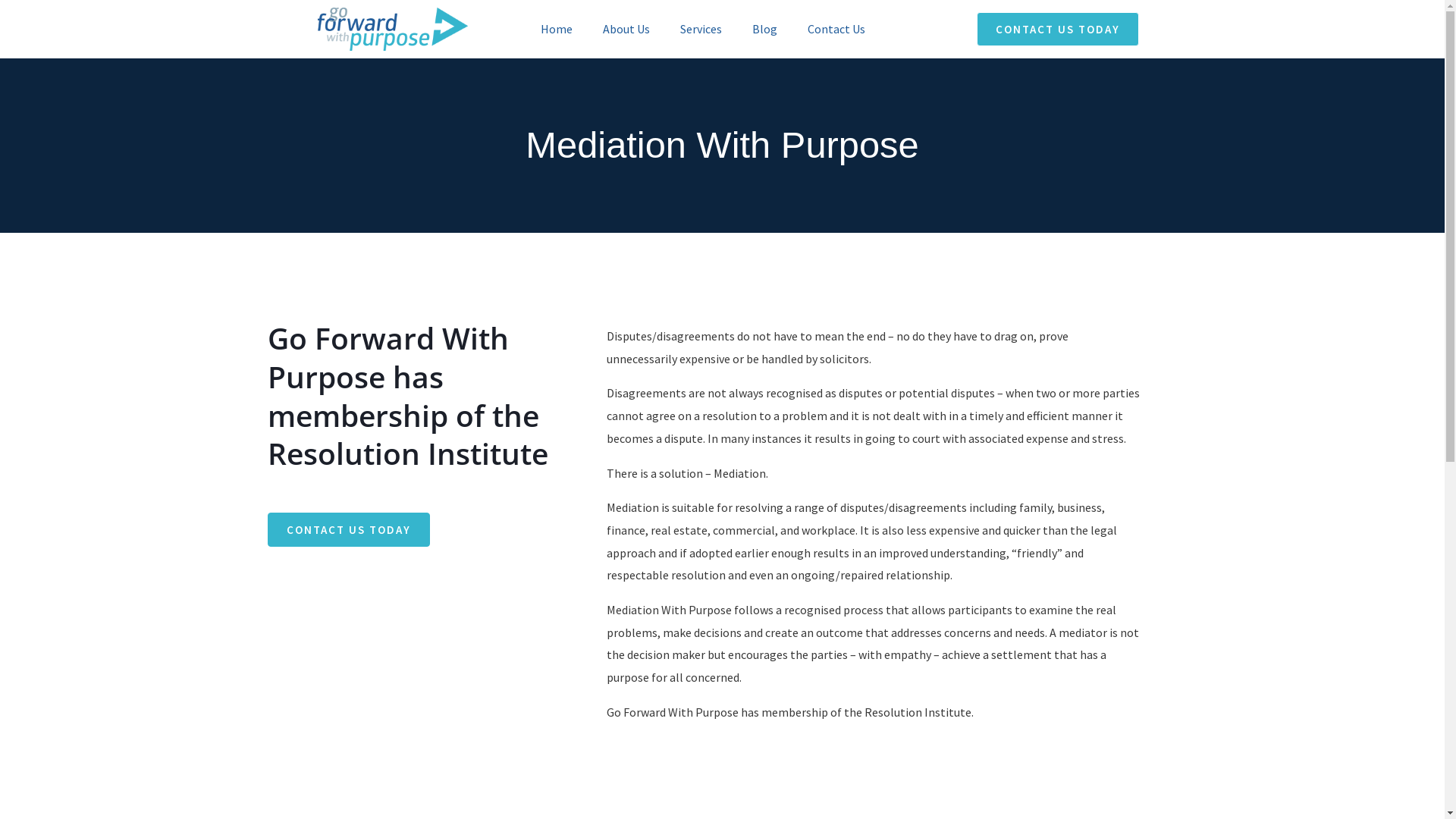 The image size is (1456, 819). What do you see at coordinates (736, 29) in the screenshot?
I see `'Blog'` at bounding box center [736, 29].